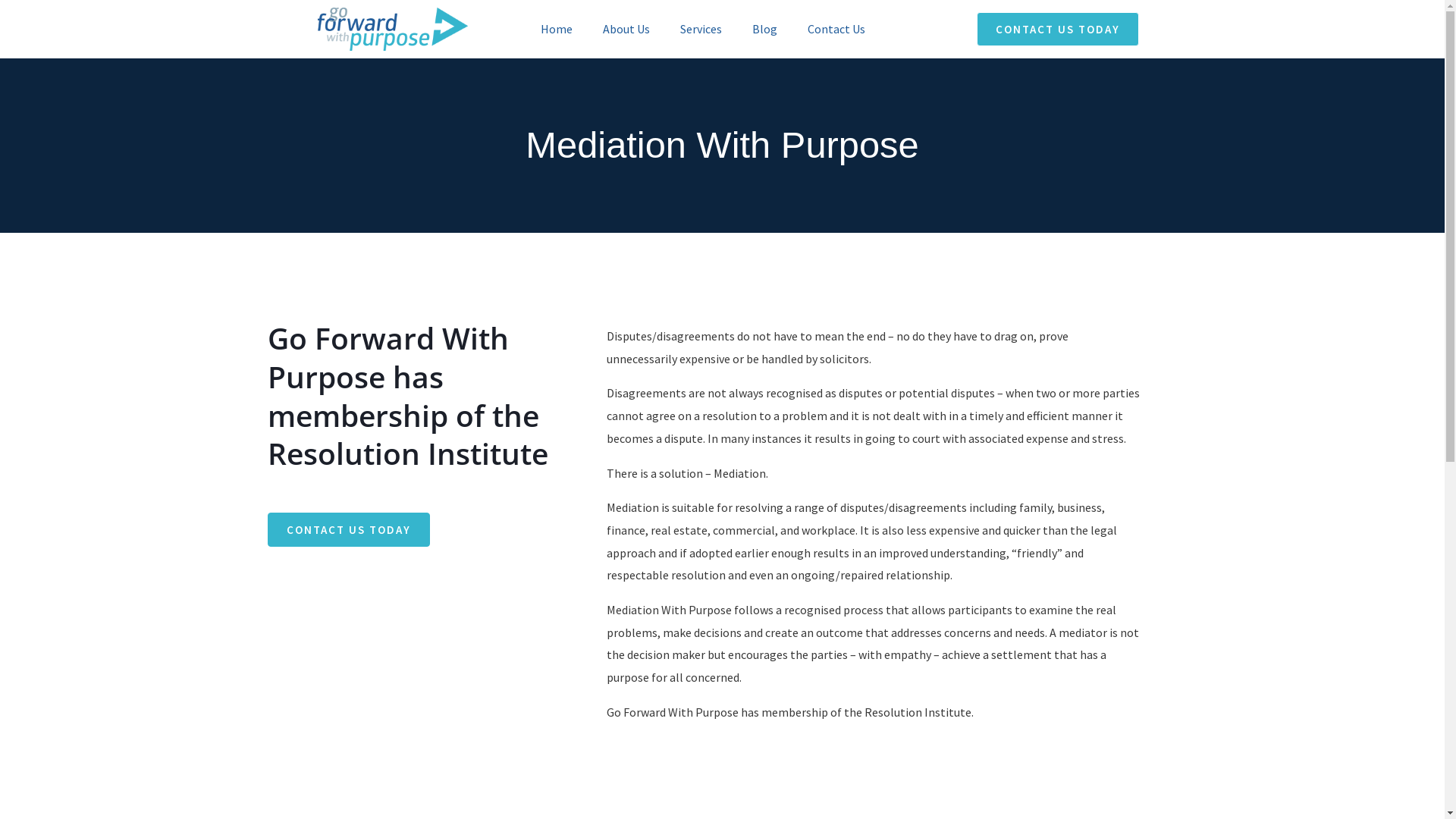 The image size is (1456, 819). What do you see at coordinates (736, 29) in the screenshot?
I see `'Blog'` at bounding box center [736, 29].